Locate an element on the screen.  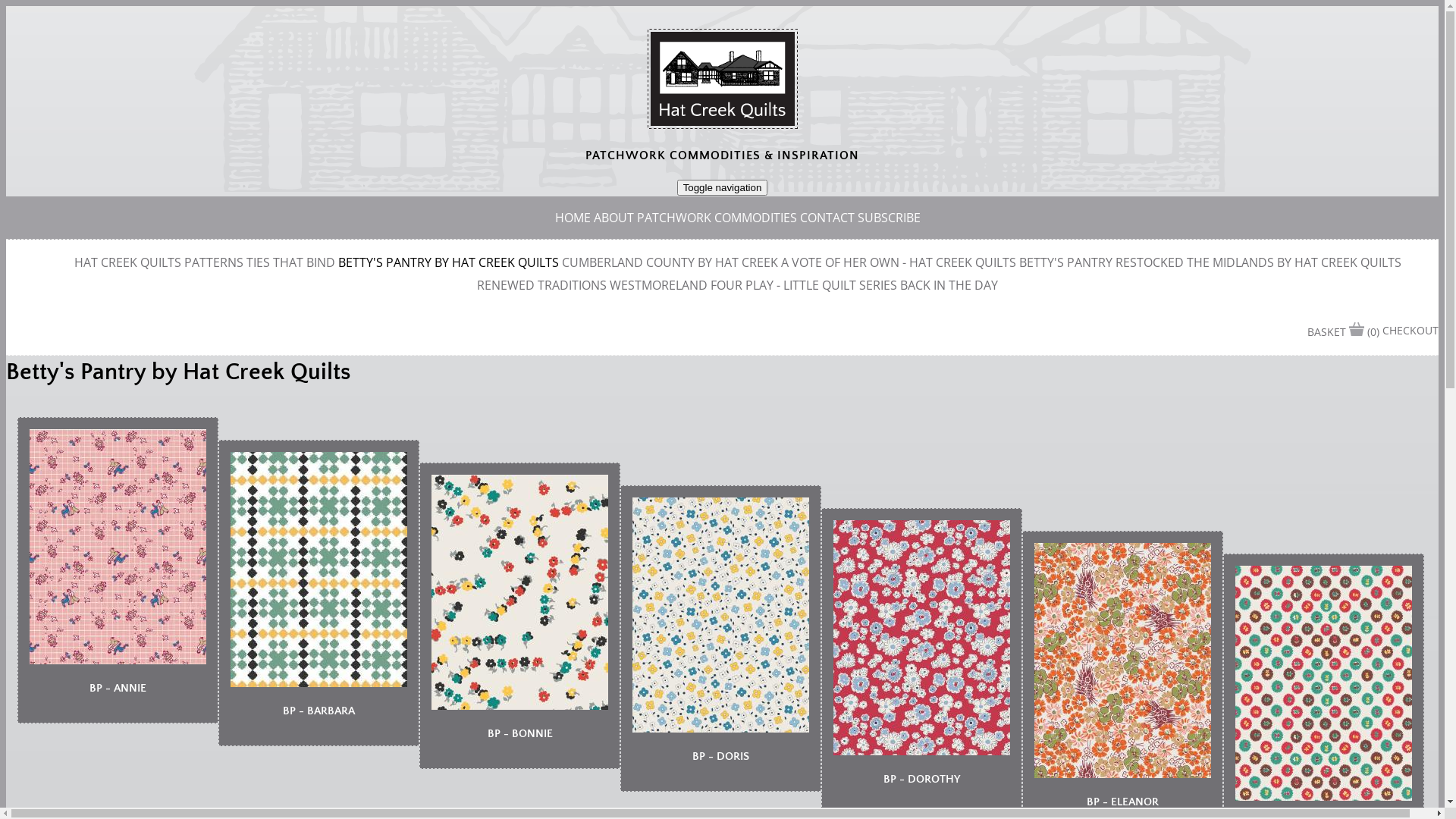
'FOUR PLAY - LITTLE QUILT SERIES' is located at coordinates (803, 284).